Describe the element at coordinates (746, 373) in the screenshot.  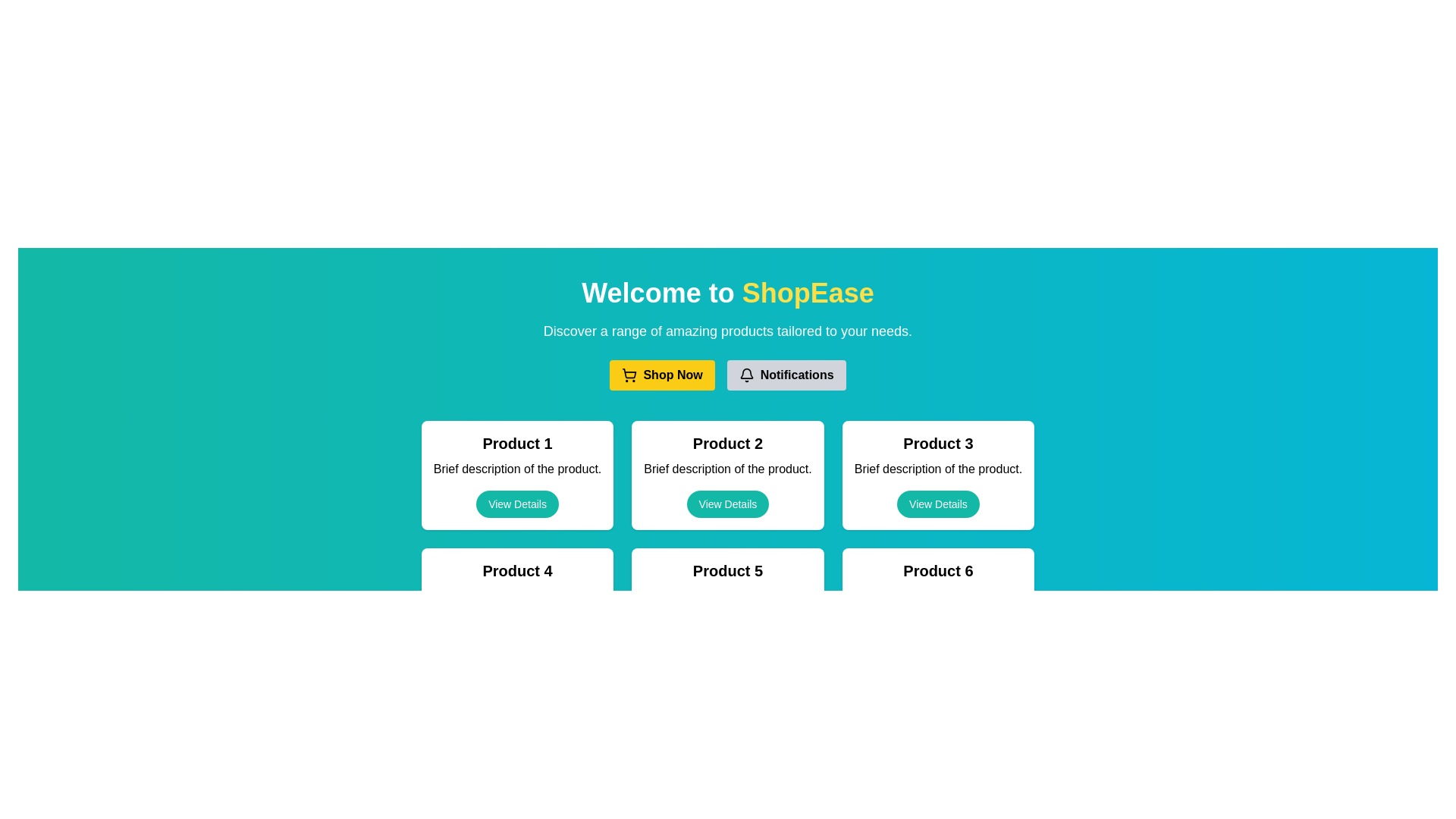
I see `the bell-shaped icon within the notifications button located to the right of the 'Shop Now' button in the header section` at that location.